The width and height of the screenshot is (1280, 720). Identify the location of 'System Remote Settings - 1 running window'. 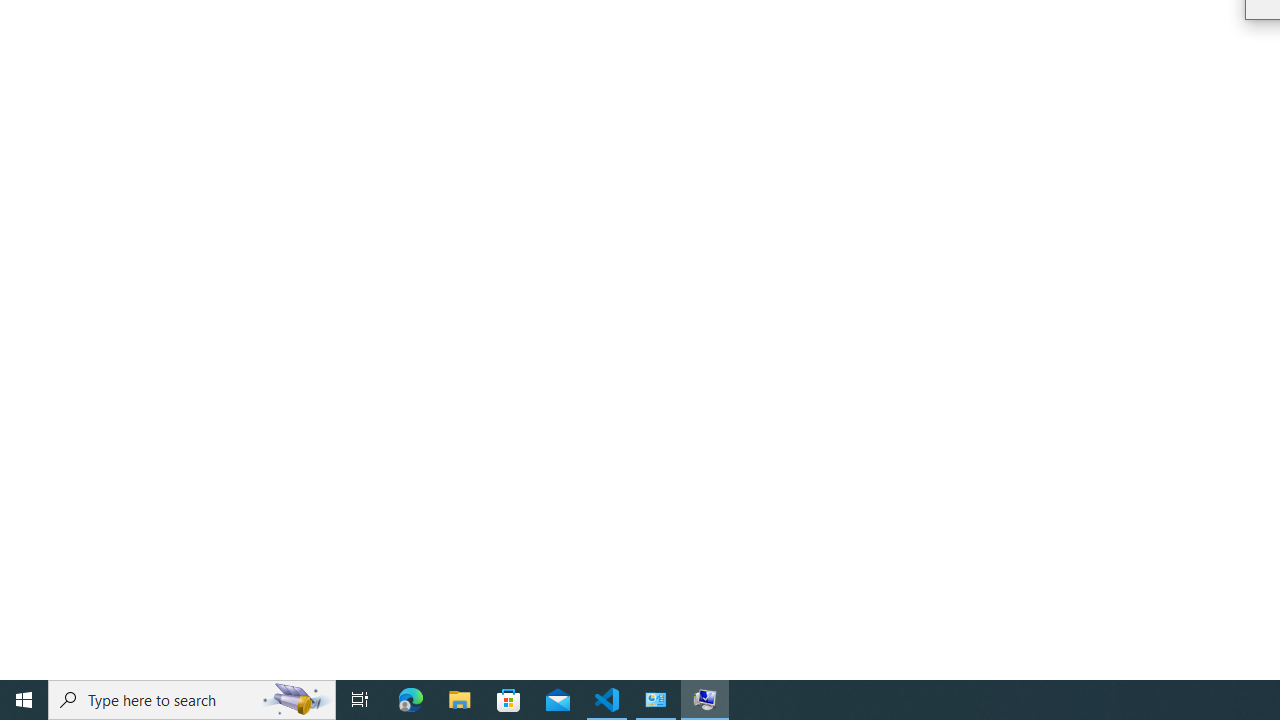
(705, 698).